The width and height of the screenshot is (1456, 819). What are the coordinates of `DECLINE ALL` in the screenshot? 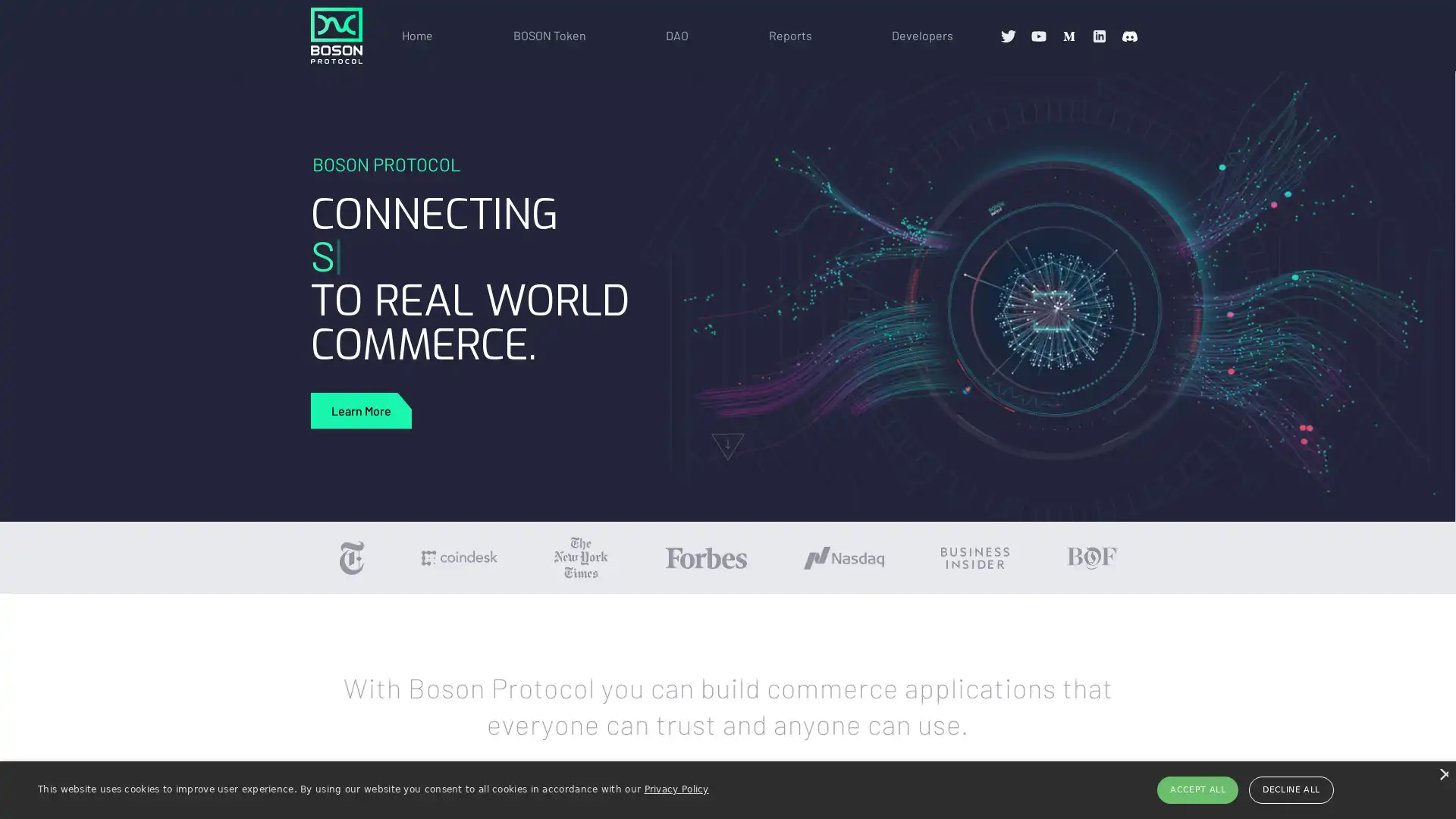 It's located at (1290, 789).